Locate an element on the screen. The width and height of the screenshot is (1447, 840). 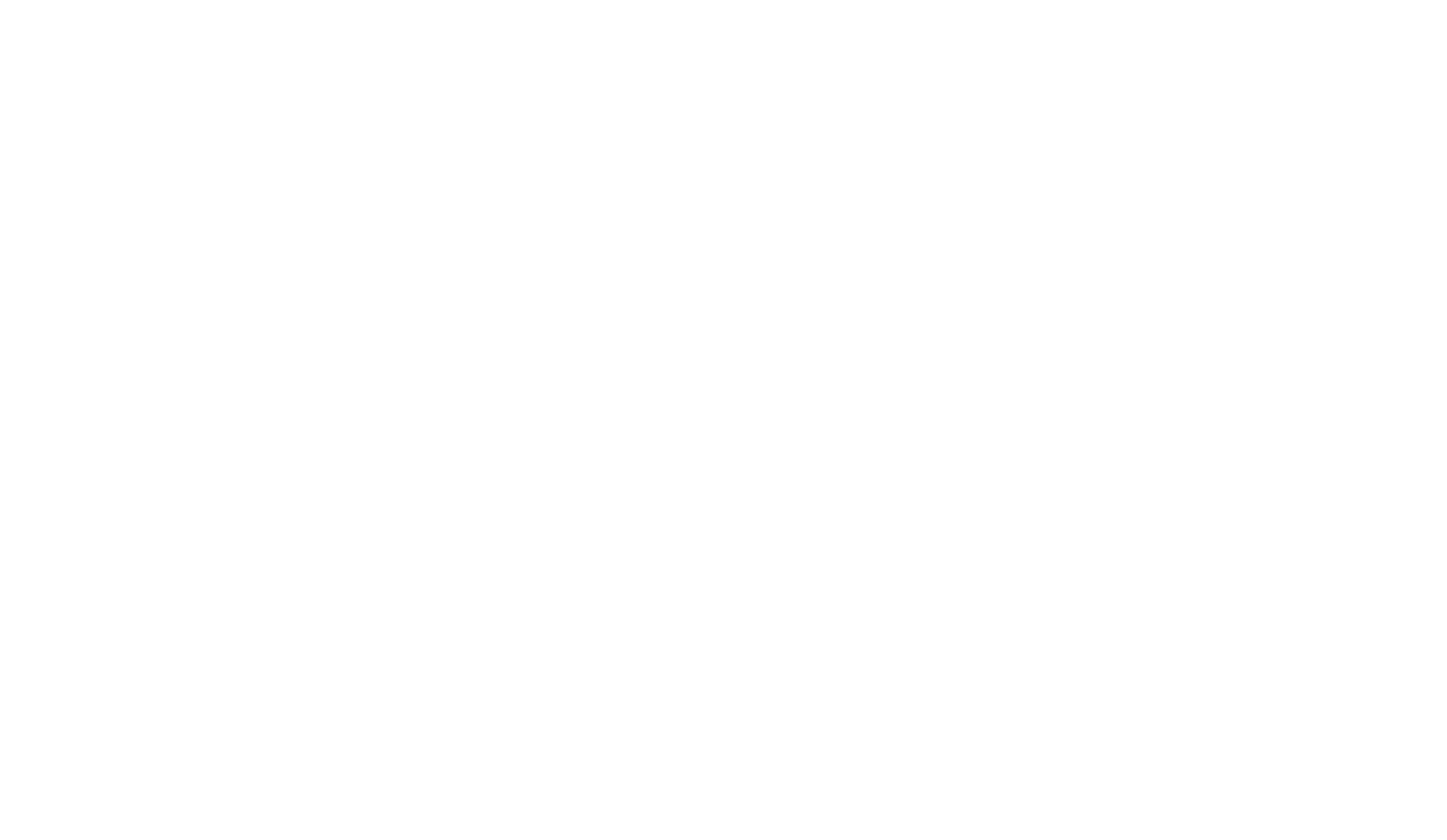
'Spotted par Simplystef' is located at coordinates (346, 57).